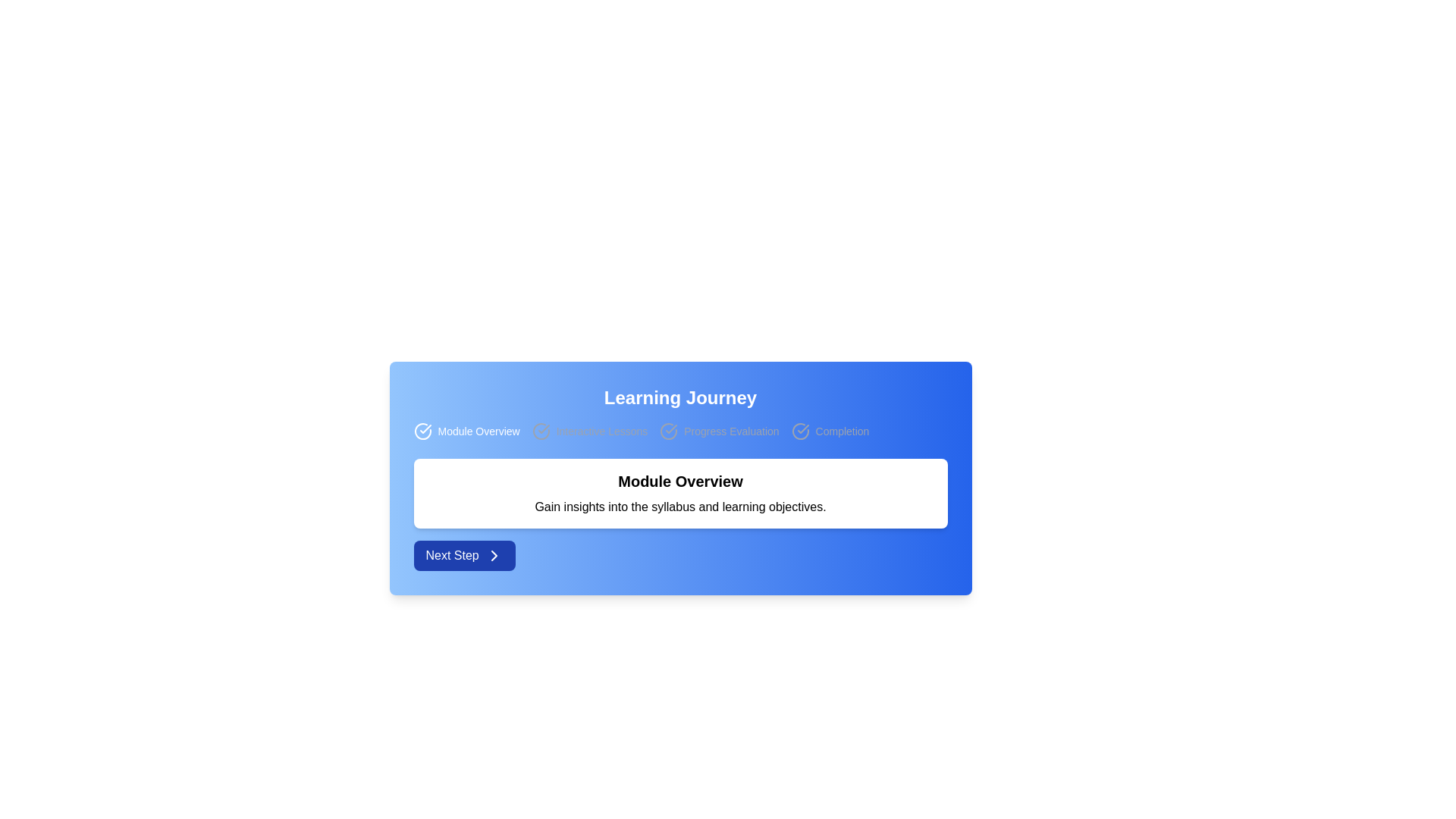 The image size is (1456, 819). What do you see at coordinates (668, 431) in the screenshot?
I see `the checkmark icon within a circle, which is part of the progression display between 'Interactive Lessons' and 'Completion', indicating 'Progress Evaluation'` at bounding box center [668, 431].